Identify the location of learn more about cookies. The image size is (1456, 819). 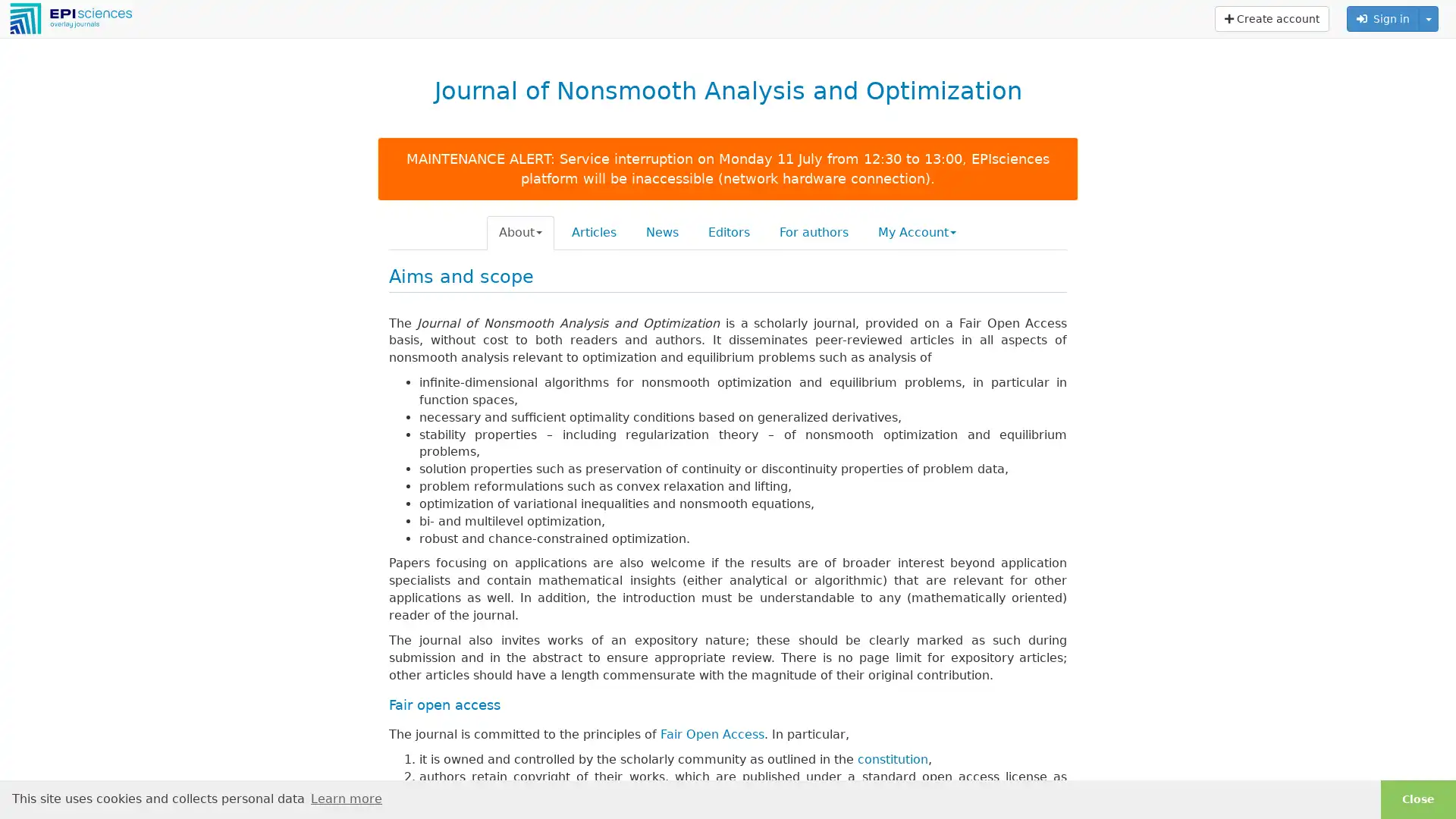
(345, 798).